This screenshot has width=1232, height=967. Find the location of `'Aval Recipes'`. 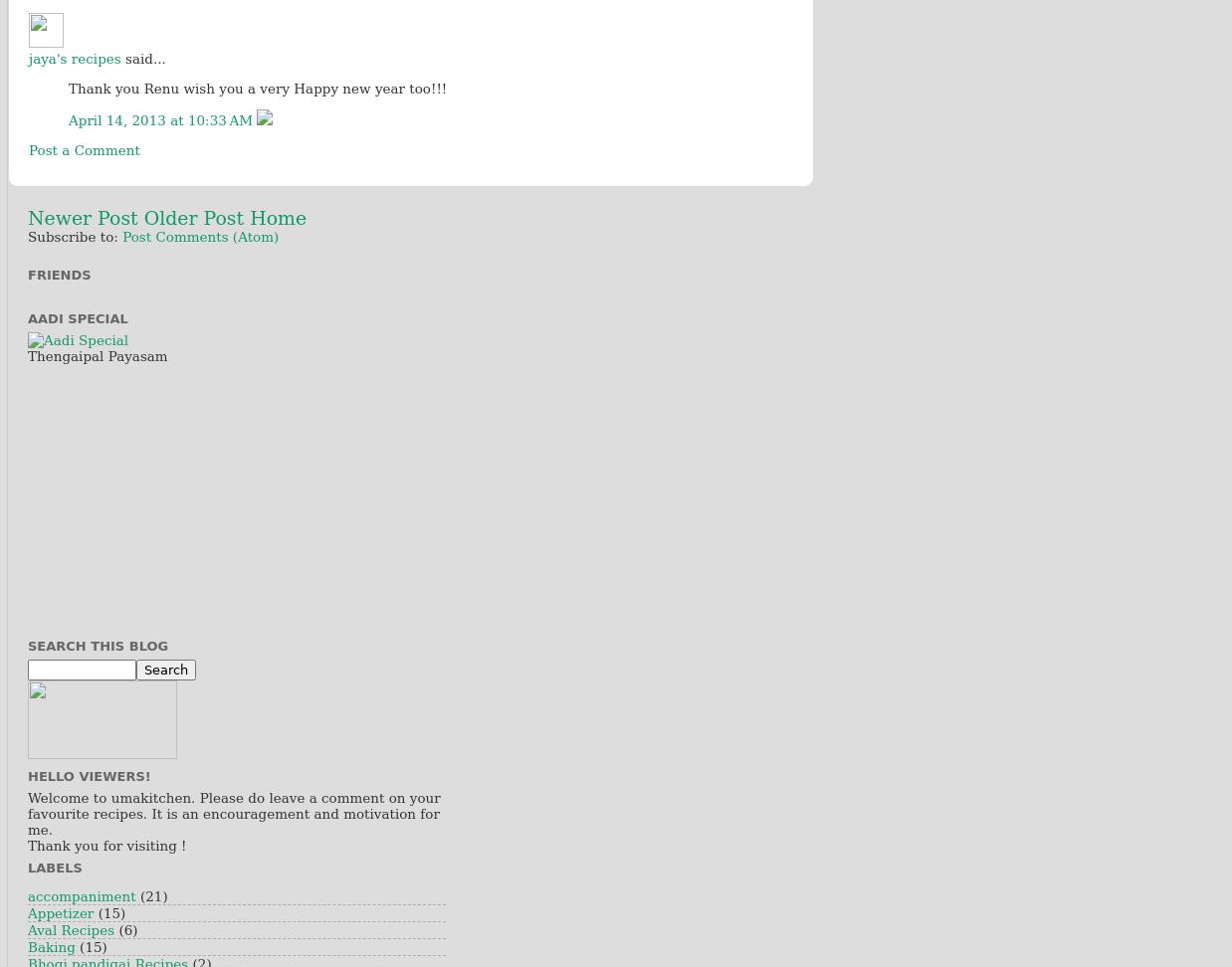

'Aval Recipes' is located at coordinates (26, 928).